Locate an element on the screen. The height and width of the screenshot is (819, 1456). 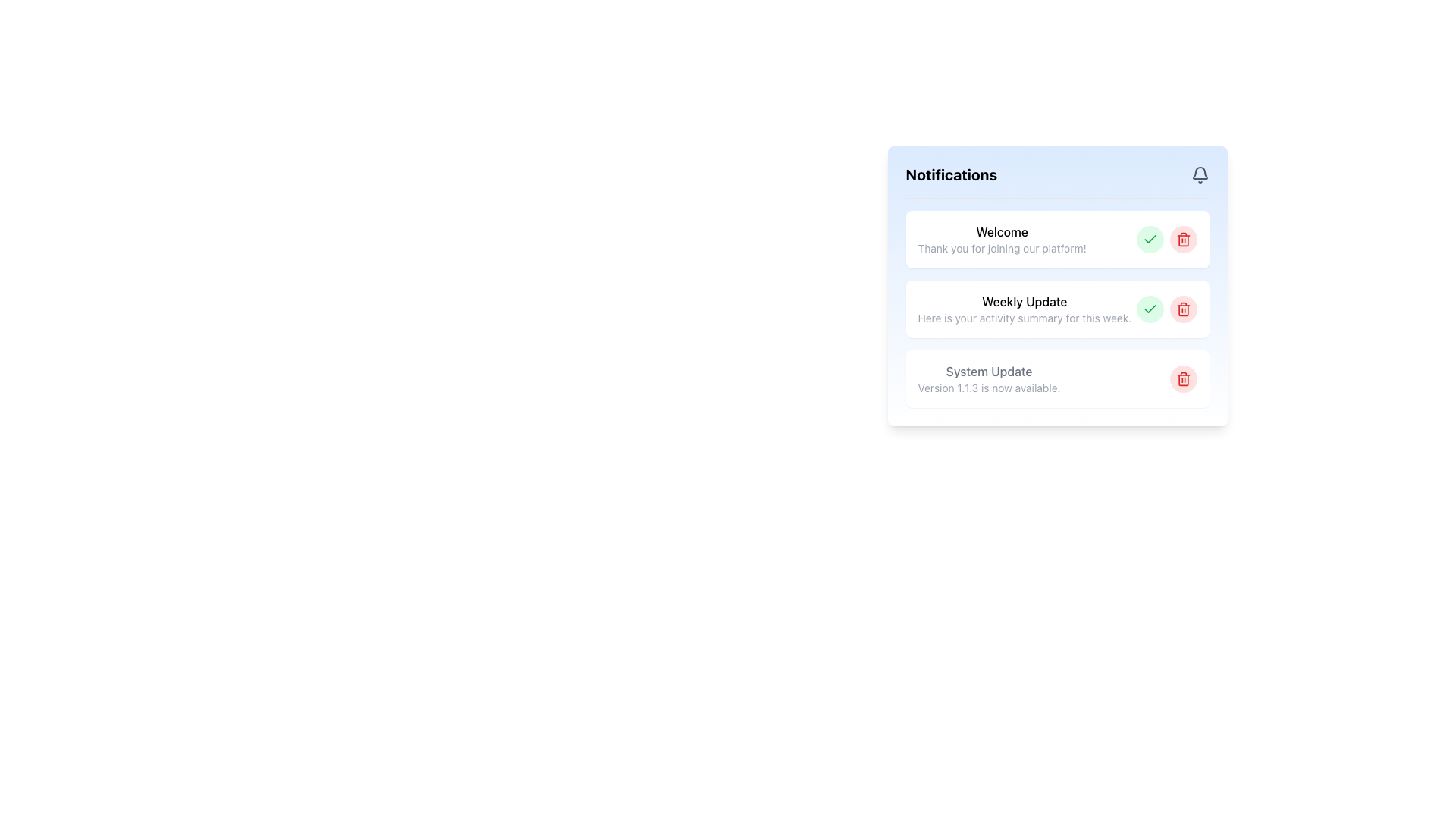
the content of the second notification in the Notifications component, which summarizes weekly activity and offers options to acknowledge or delete it is located at coordinates (1056, 309).